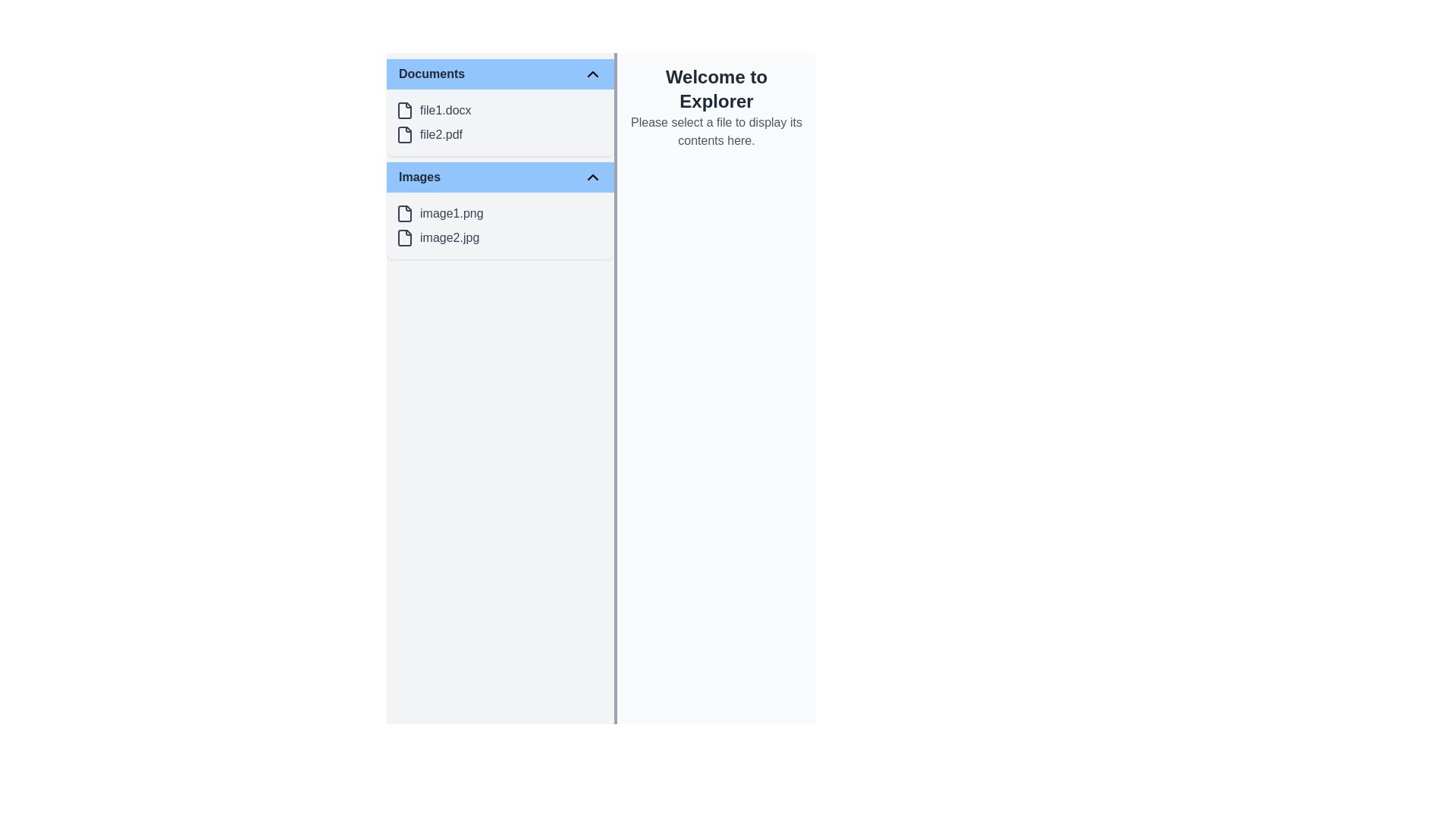  I want to click on the List item representing 'image1.png' in the 'Images' section, so click(500, 213).